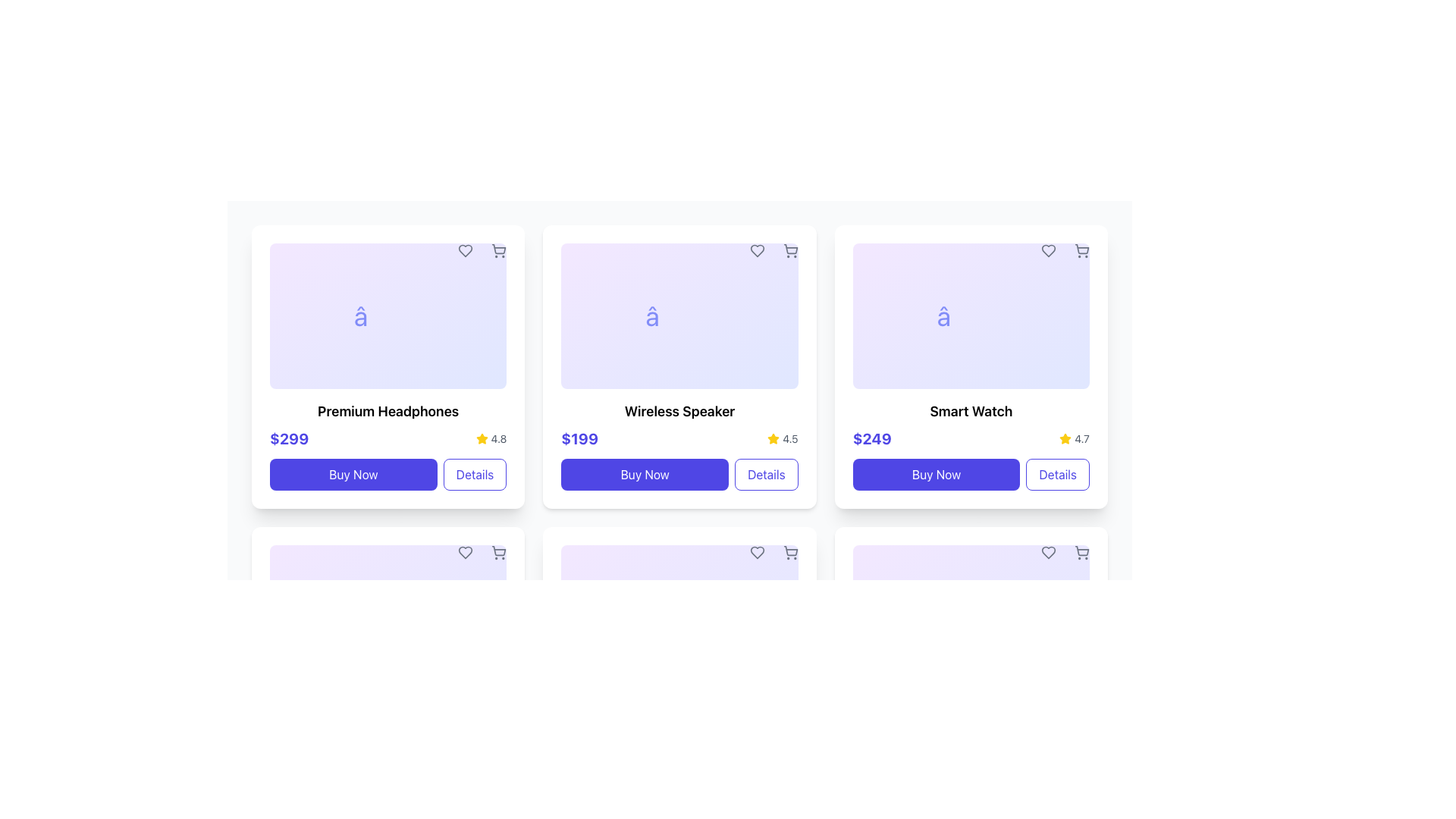  What do you see at coordinates (1047, 250) in the screenshot?
I see `the heart icon located in the top-right corner of the 'Smart Watch' card to favorite the associated item` at bounding box center [1047, 250].